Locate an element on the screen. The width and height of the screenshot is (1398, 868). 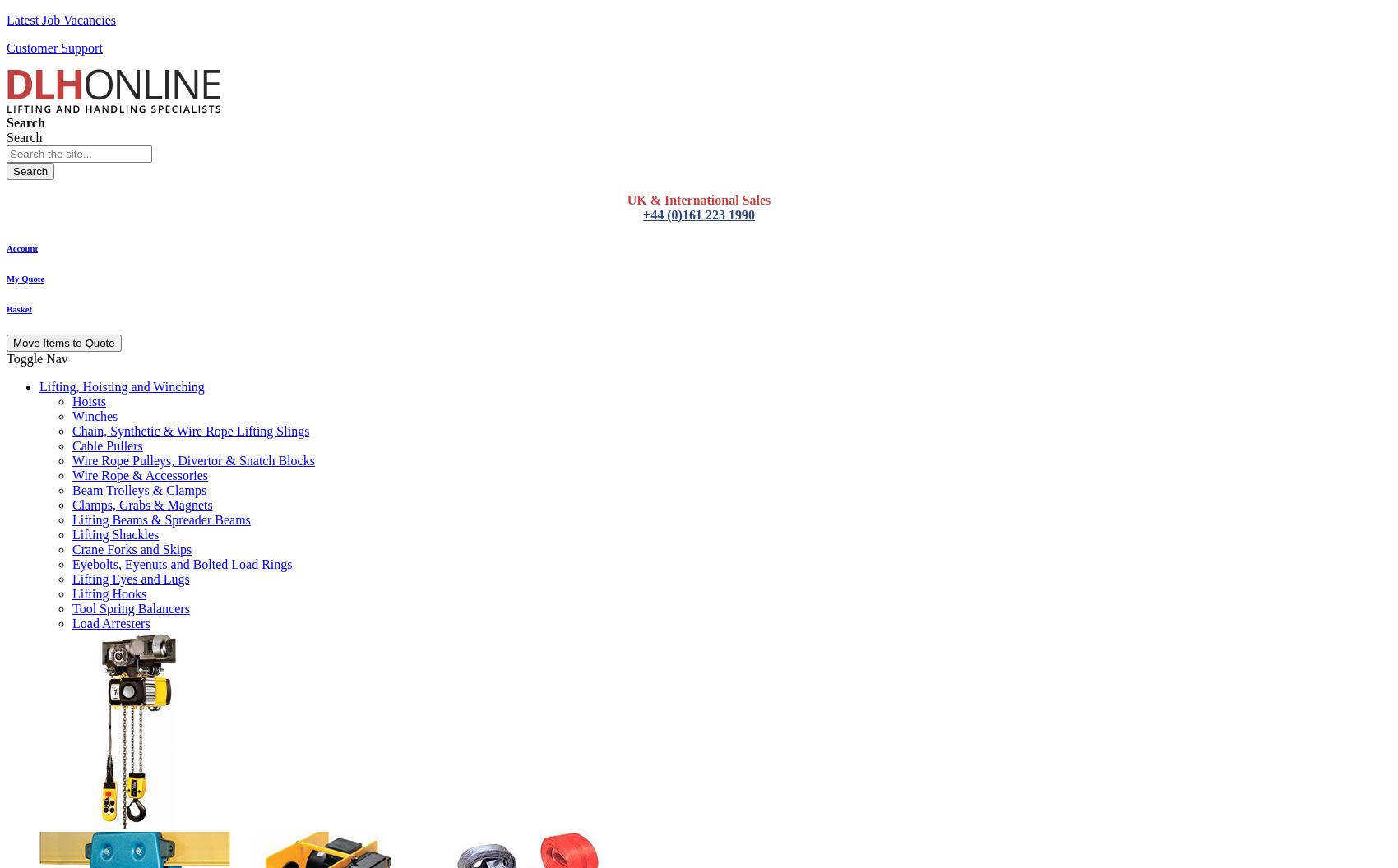
'Cable Pullers' is located at coordinates (106, 445).